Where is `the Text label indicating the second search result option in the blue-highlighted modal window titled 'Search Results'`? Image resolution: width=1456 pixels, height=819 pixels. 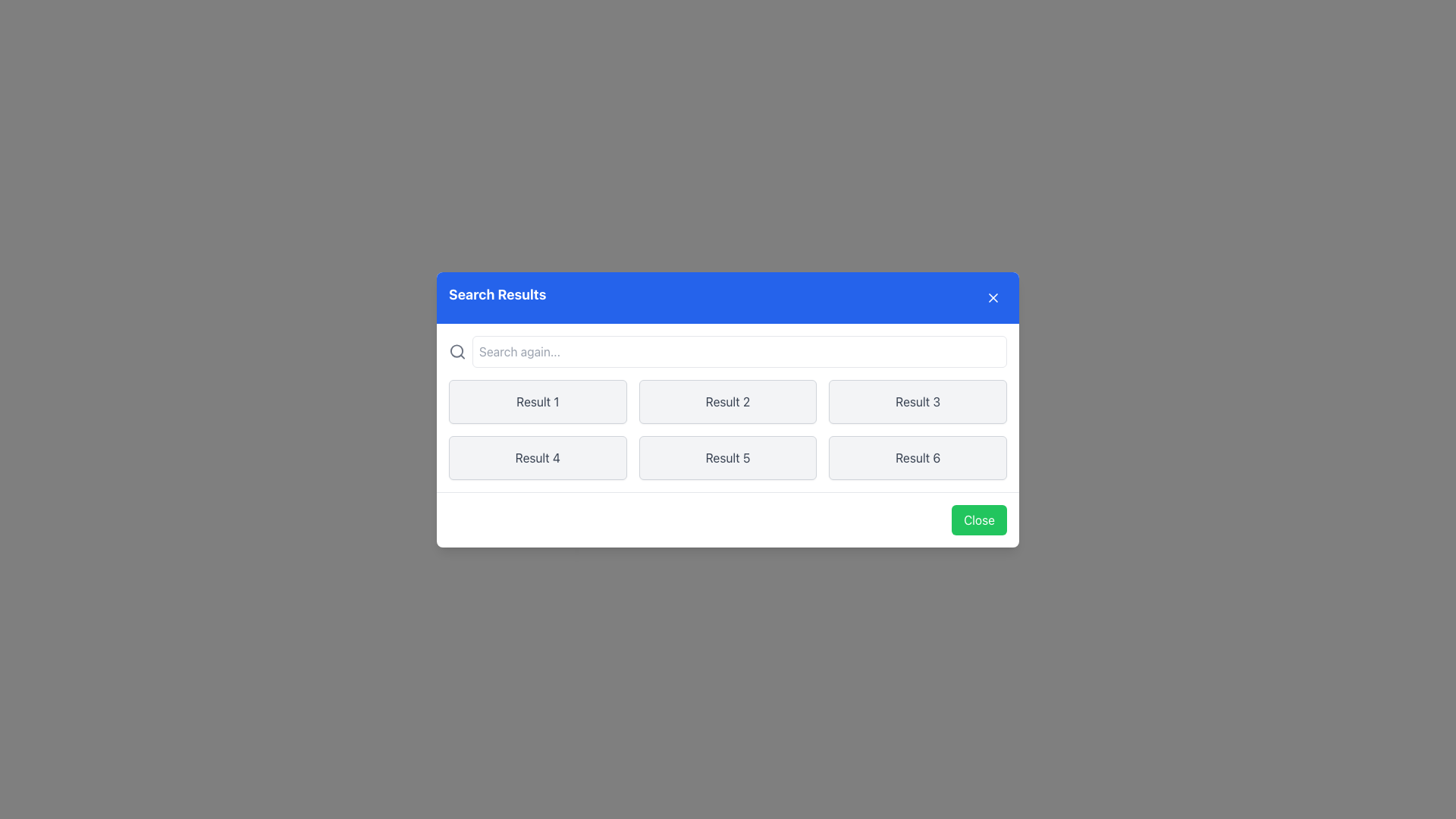
the Text label indicating the second search result option in the blue-highlighted modal window titled 'Search Results' is located at coordinates (728, 400).